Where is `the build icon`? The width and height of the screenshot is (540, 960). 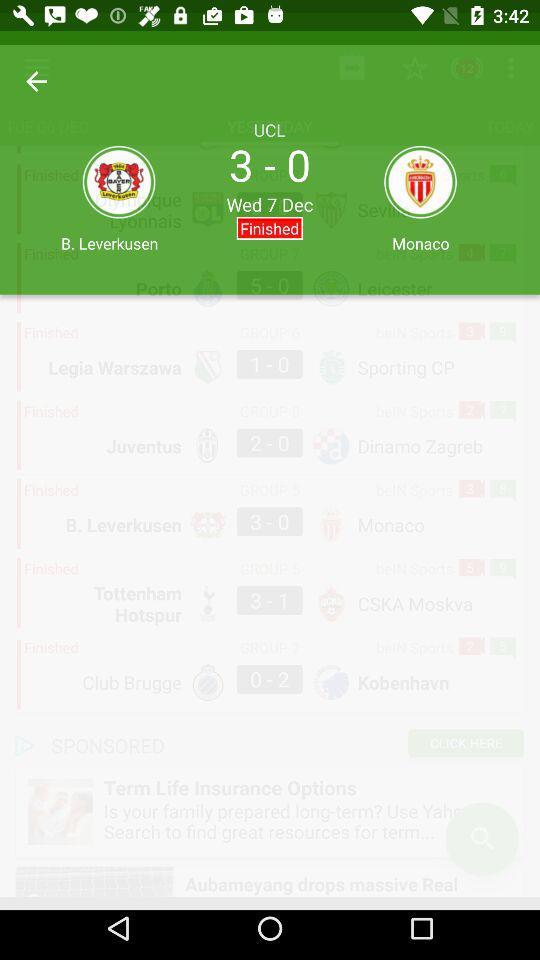 the build icon is located at coordinates (20, 21).